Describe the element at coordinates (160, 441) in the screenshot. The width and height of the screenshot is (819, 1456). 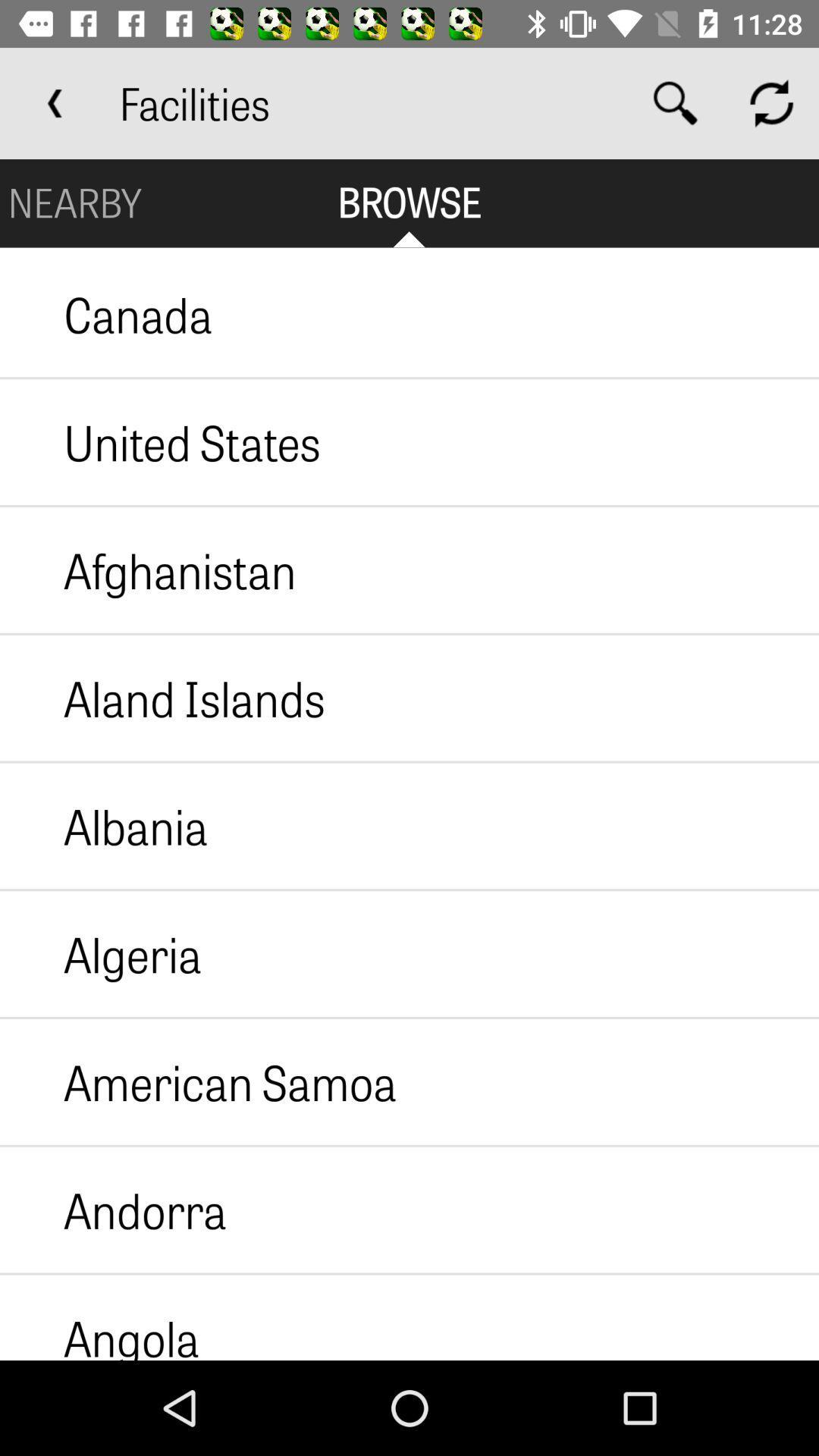
I see `the icon below the canada` at that location.